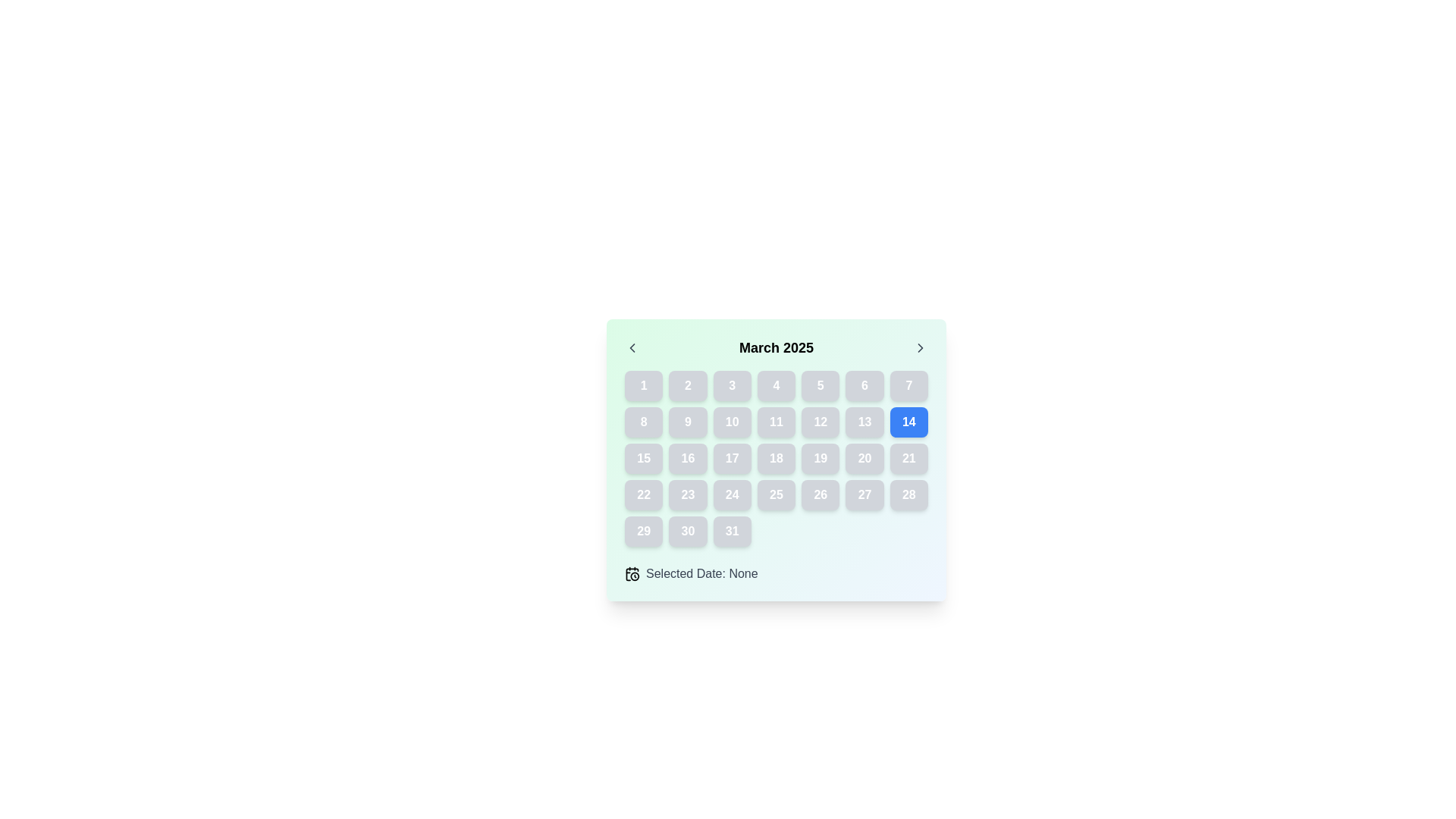 This screenshot has height=819, width=1456. Describe the element at coordinates (644, 494) in the screenshot. I see `the button labeled '22' which is a rounded rectangle shape with a gray background and white text in the fourth row and first column of the calendar grid` at that location.